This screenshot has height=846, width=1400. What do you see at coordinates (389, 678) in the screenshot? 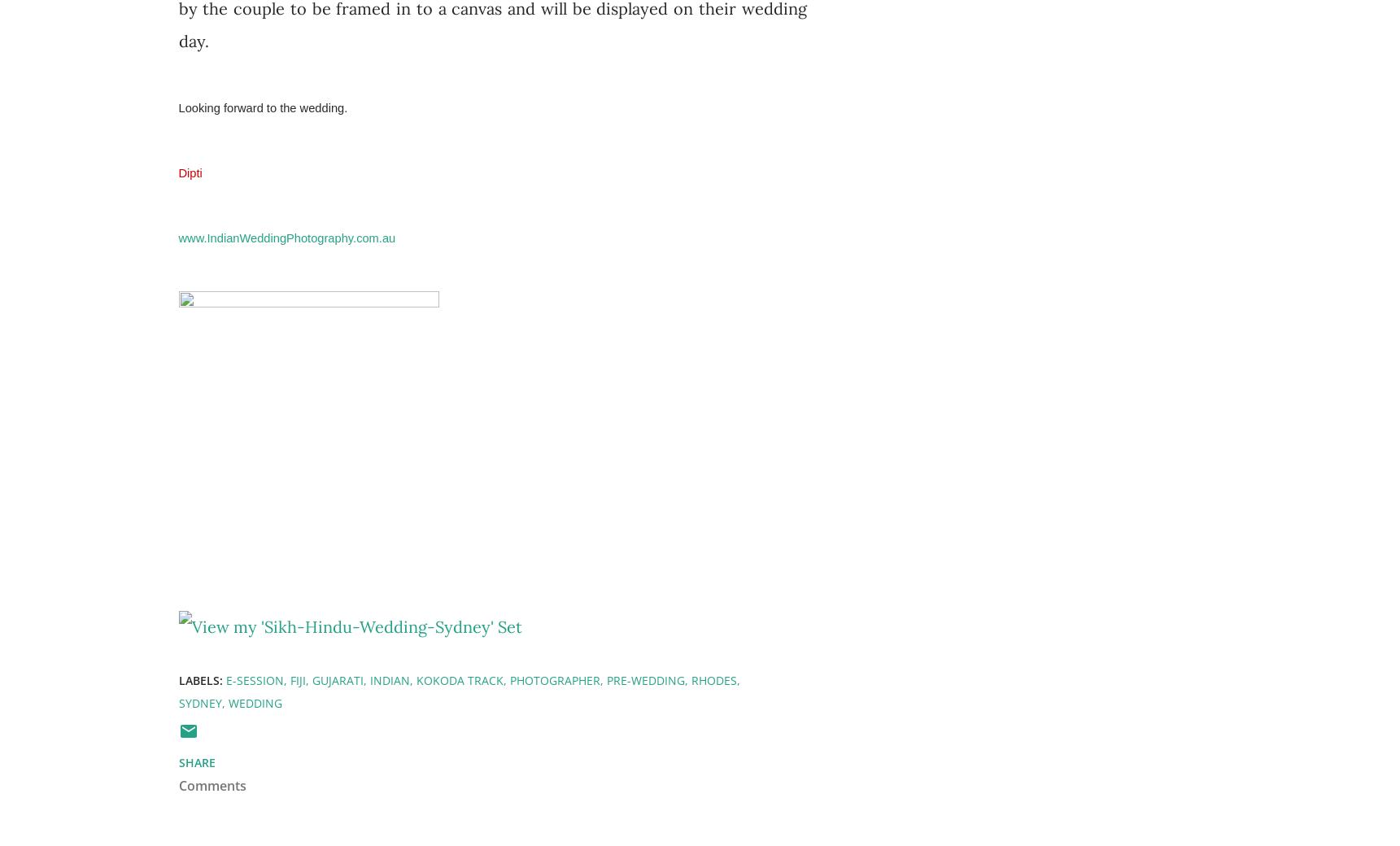
I see `'indian'` at bounding box center [389, 678].